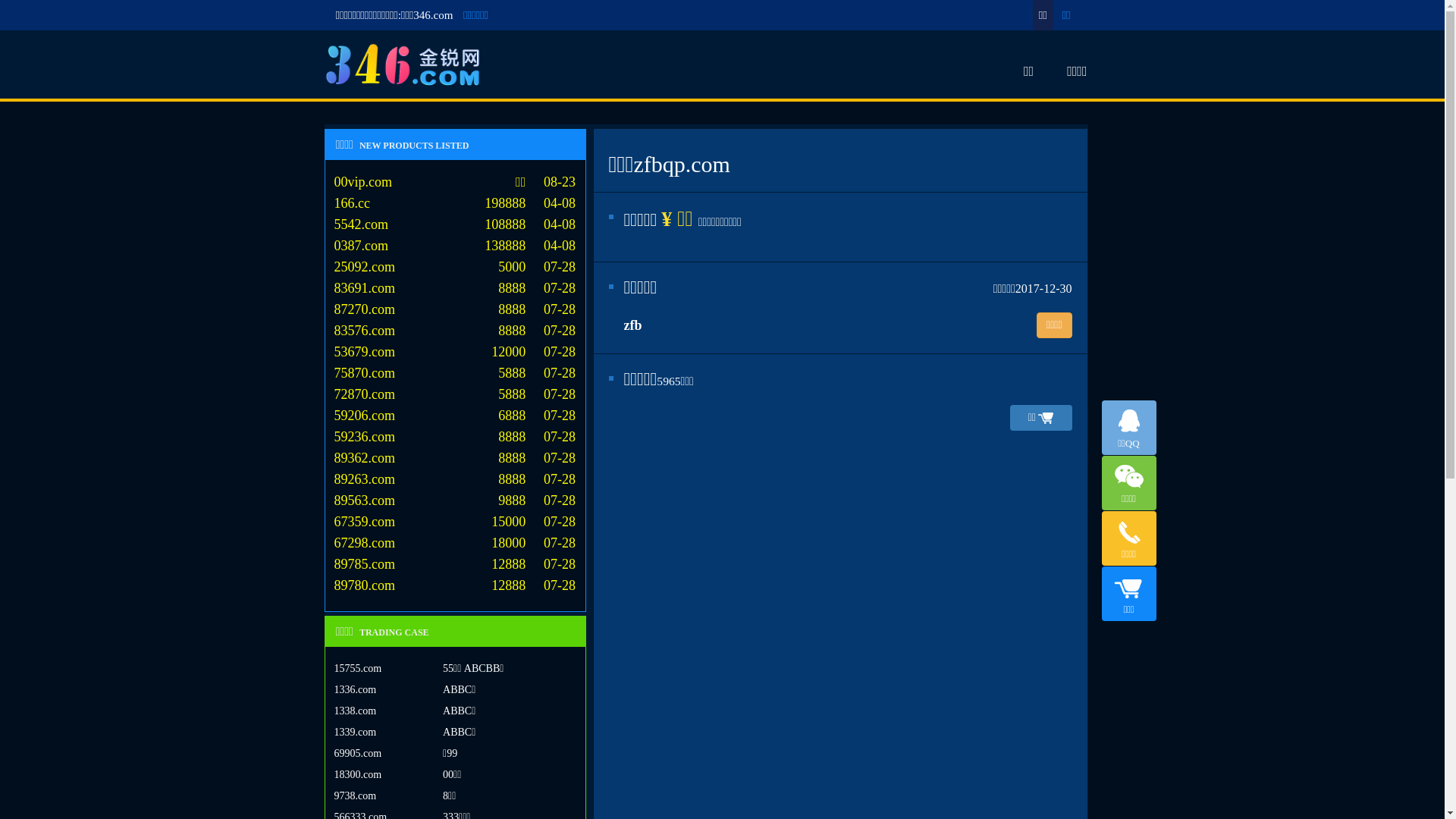 This screenshot has width=1456, height=819. Describe the element at coordinates (453, 209) in the screenshot. I see `'166.cc 198888 04-08'` at that location.